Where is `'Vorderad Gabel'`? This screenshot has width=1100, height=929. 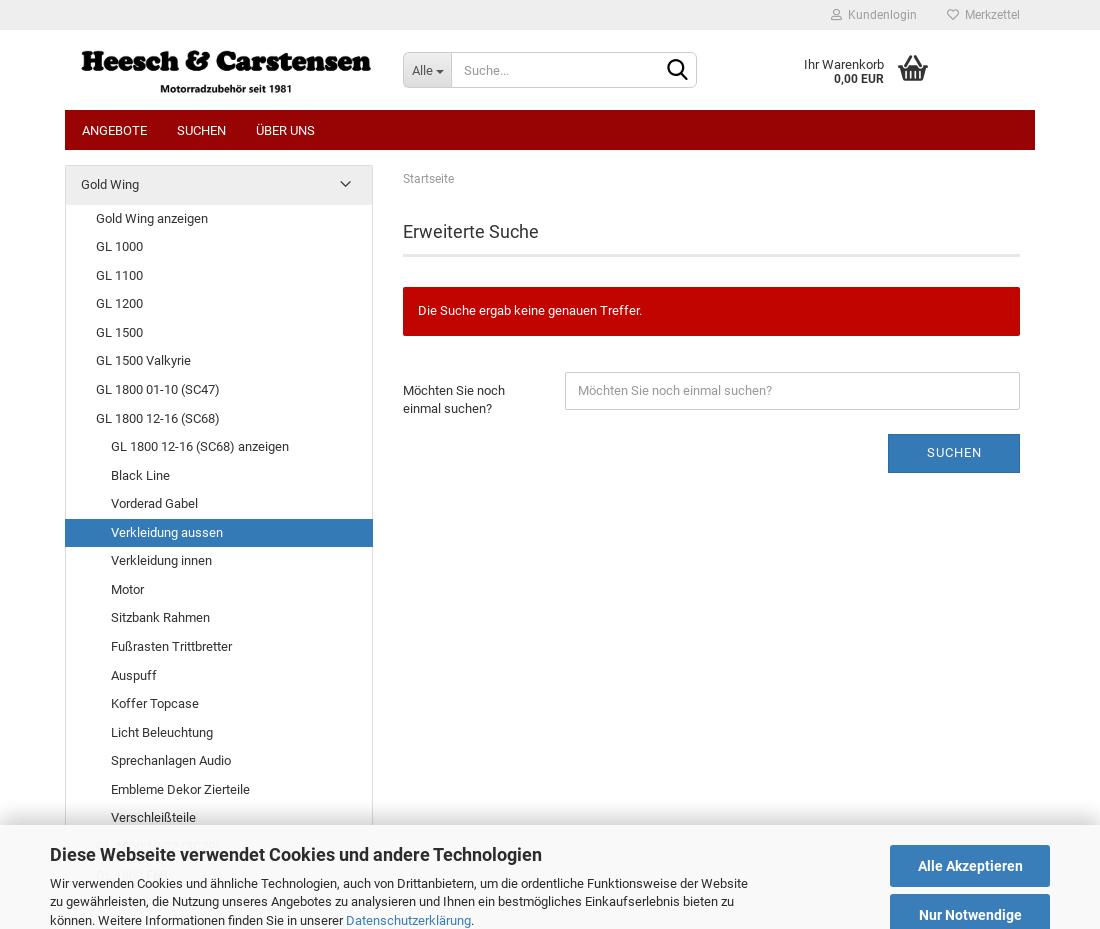
'Vorderad Gabel' is located at coordinates (153, 503).